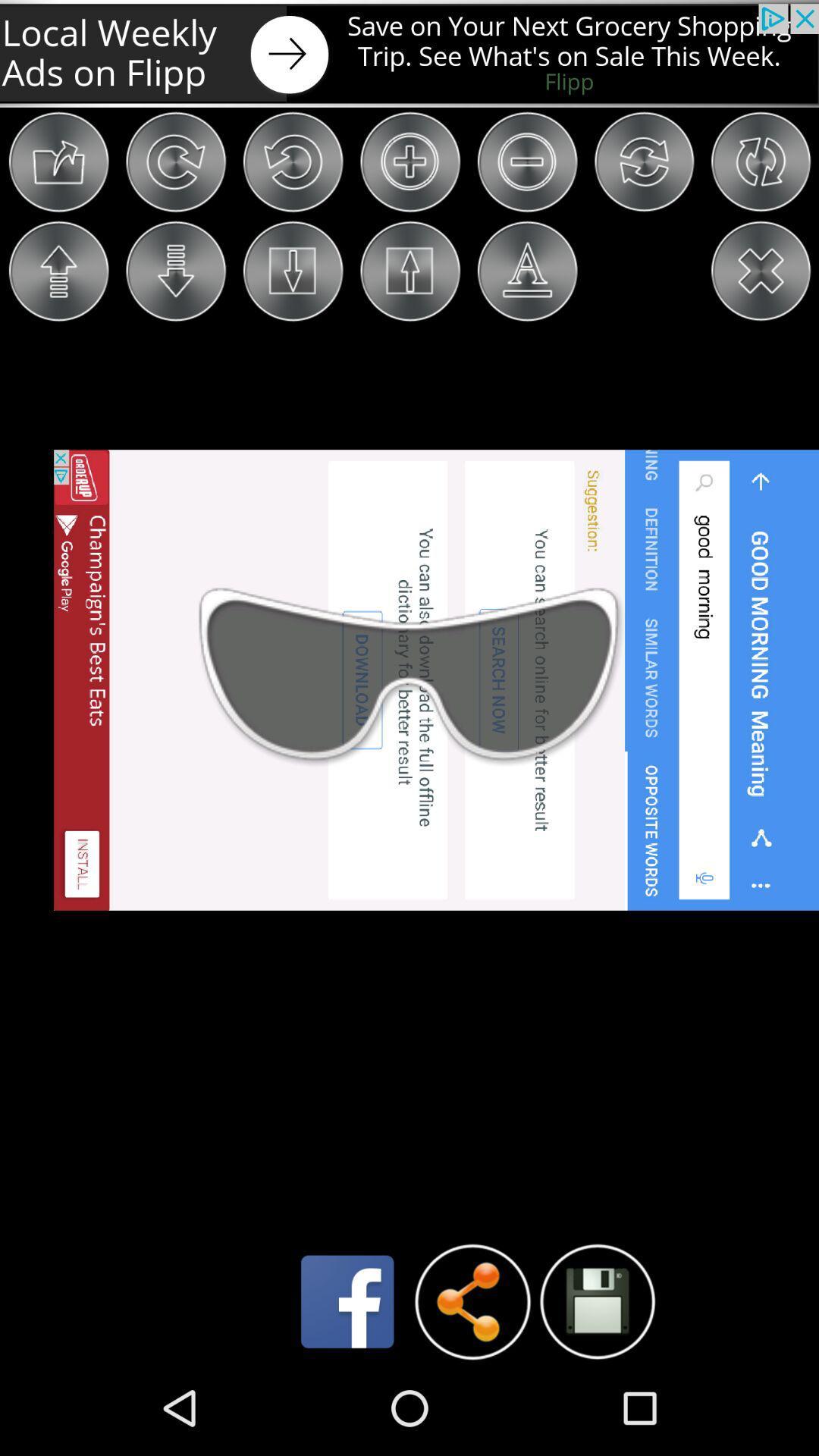 The width and height of the screenshot is (819, 1456). Describe the element at coordinates (293, 271) in the screenshot. I see `the third downward arrow icon in the second row` at that location.